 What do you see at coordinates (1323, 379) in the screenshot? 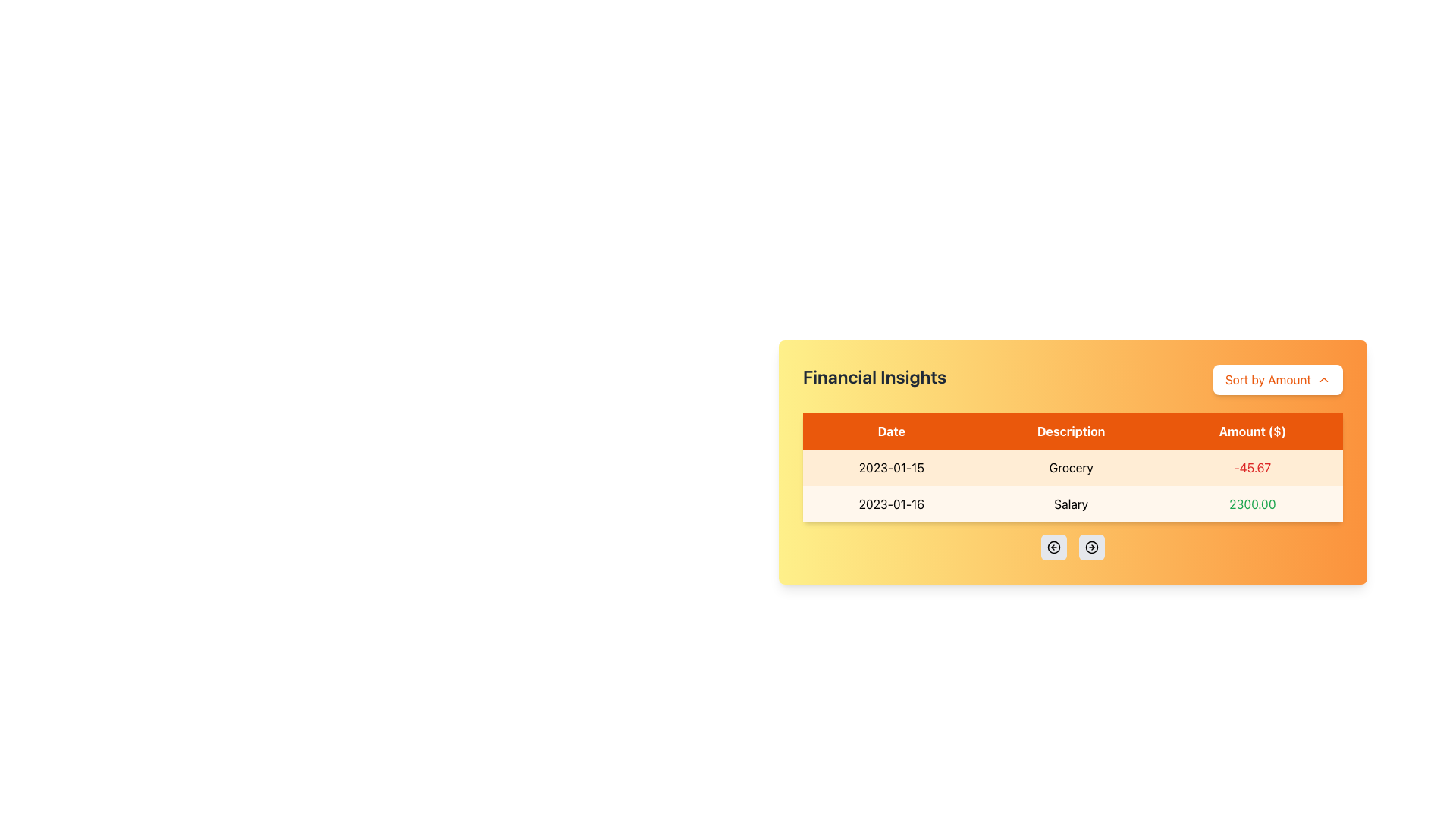
I see `the small upward-pointing chevron icon located to the right of the 'Sort by Amount' button near the upper-right corner of the layout` at bounding box center [1323, 379].